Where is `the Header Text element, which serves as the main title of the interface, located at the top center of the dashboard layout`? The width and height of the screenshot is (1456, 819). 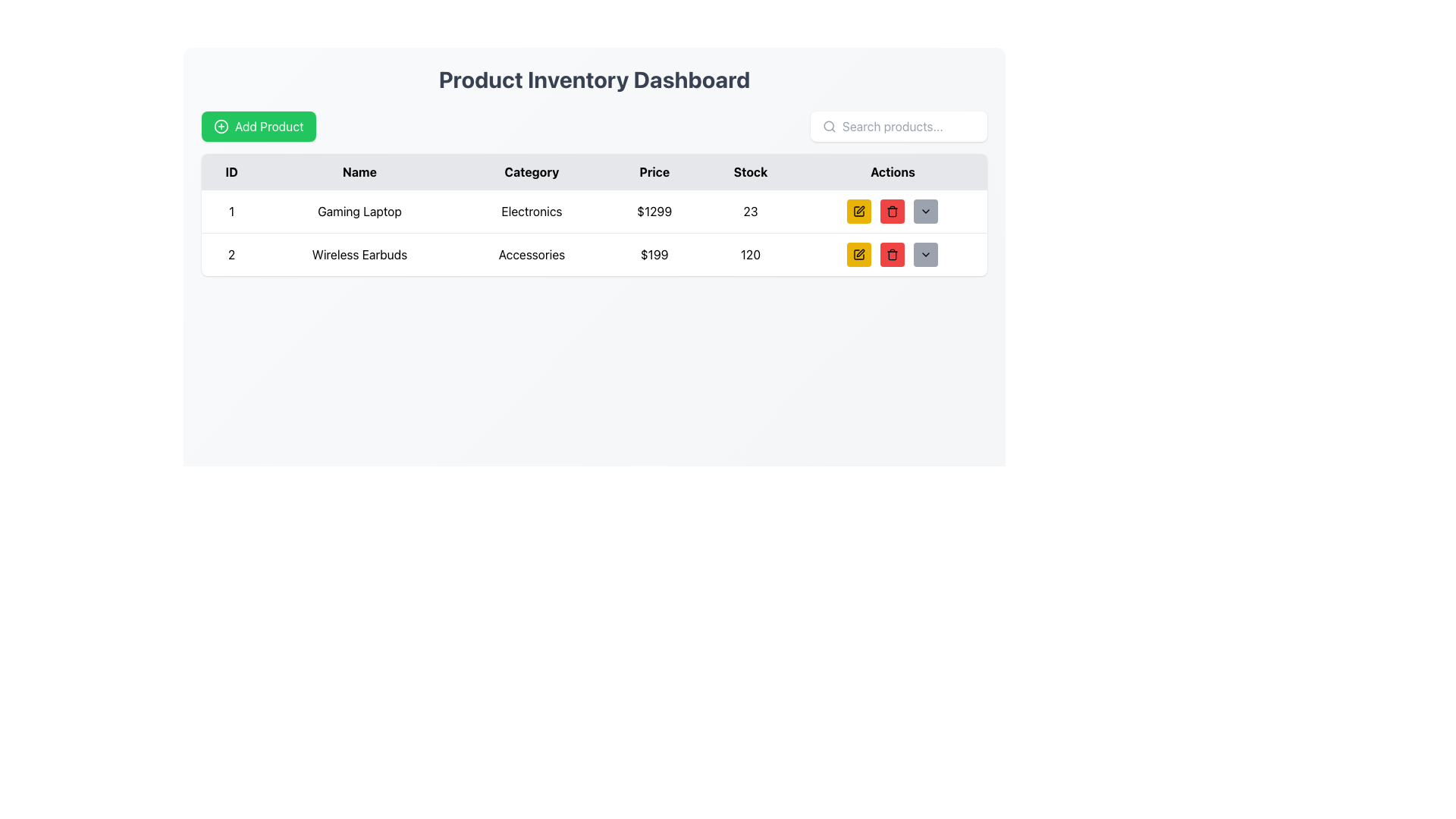
the Header Text element, which serves as the main title of the interface, located at the top center of the dashboard layout is located at coordinates (593, 79).